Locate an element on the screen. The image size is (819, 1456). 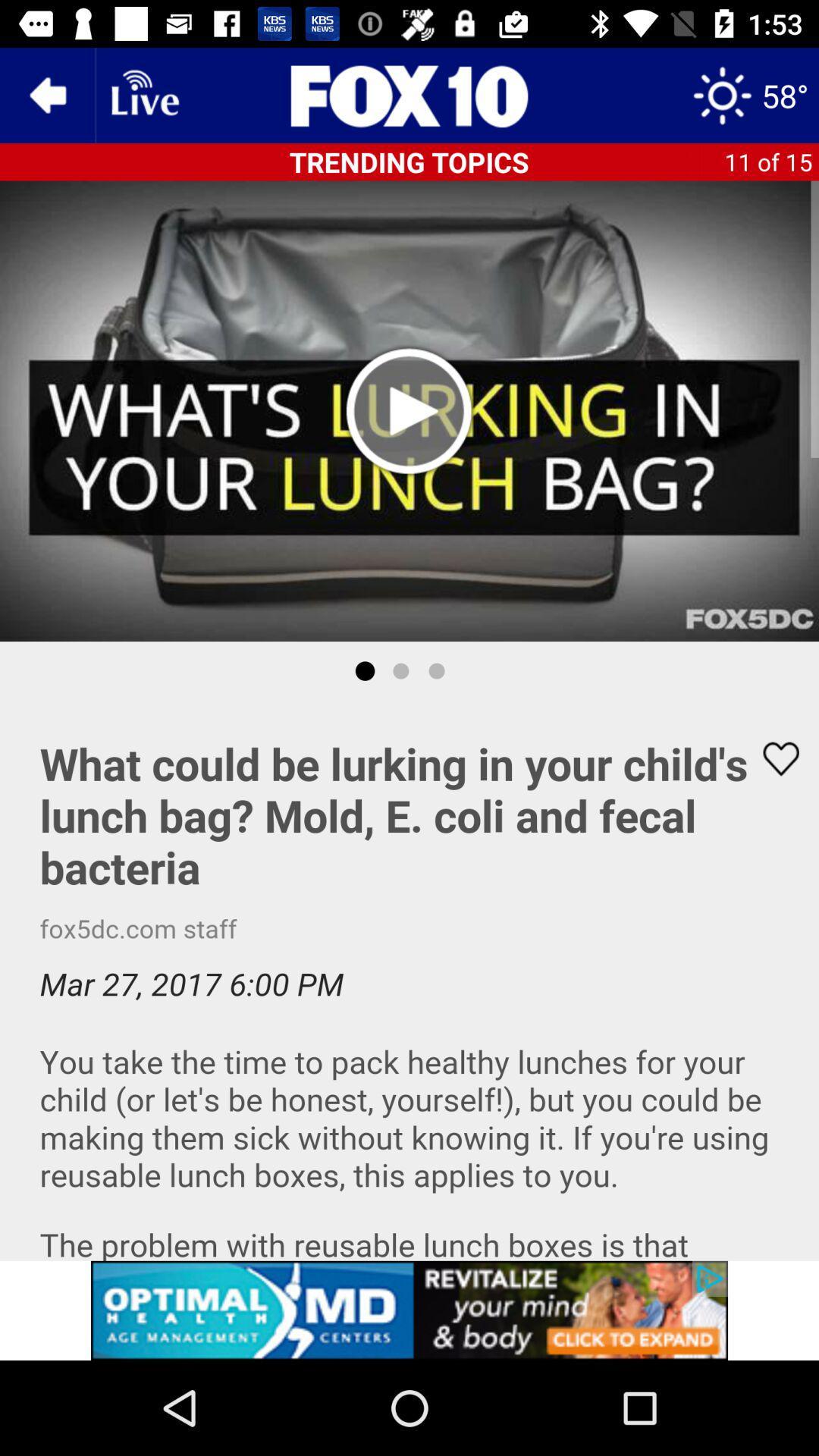
wifi pega is located at coordinates (143, 94).